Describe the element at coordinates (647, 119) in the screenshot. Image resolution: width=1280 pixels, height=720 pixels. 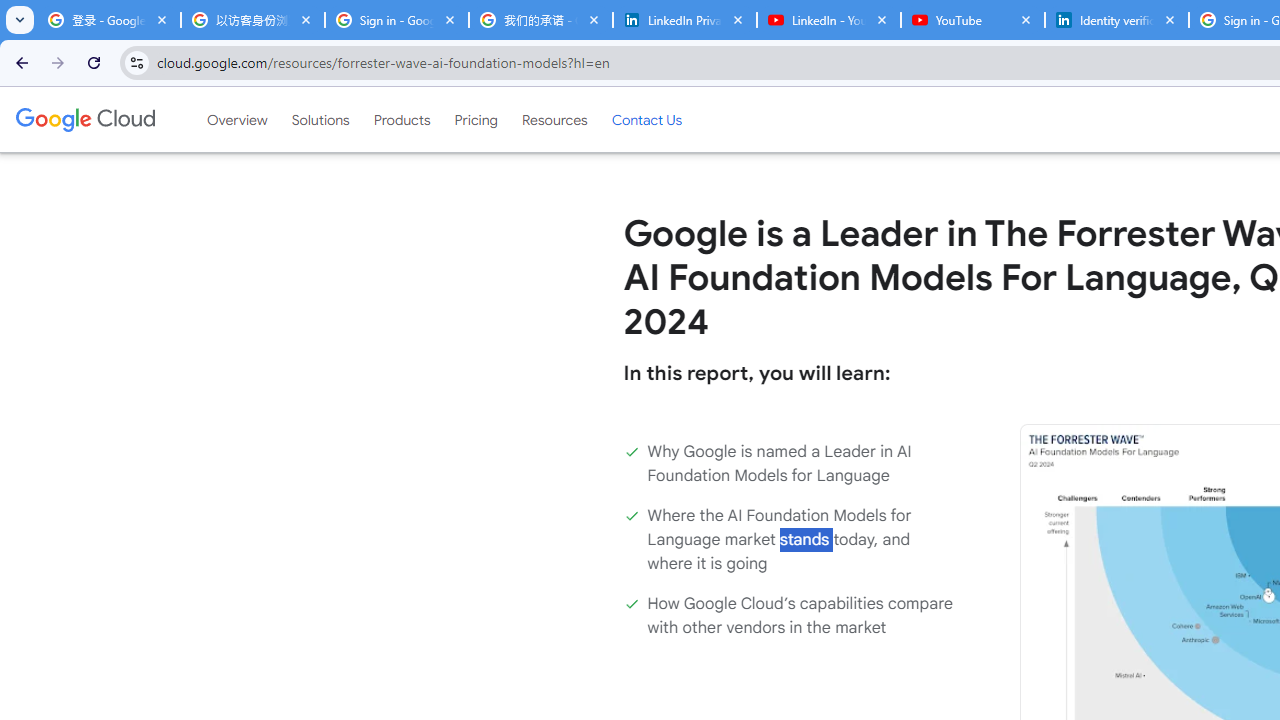
I see `'Contact Us'` at that location.